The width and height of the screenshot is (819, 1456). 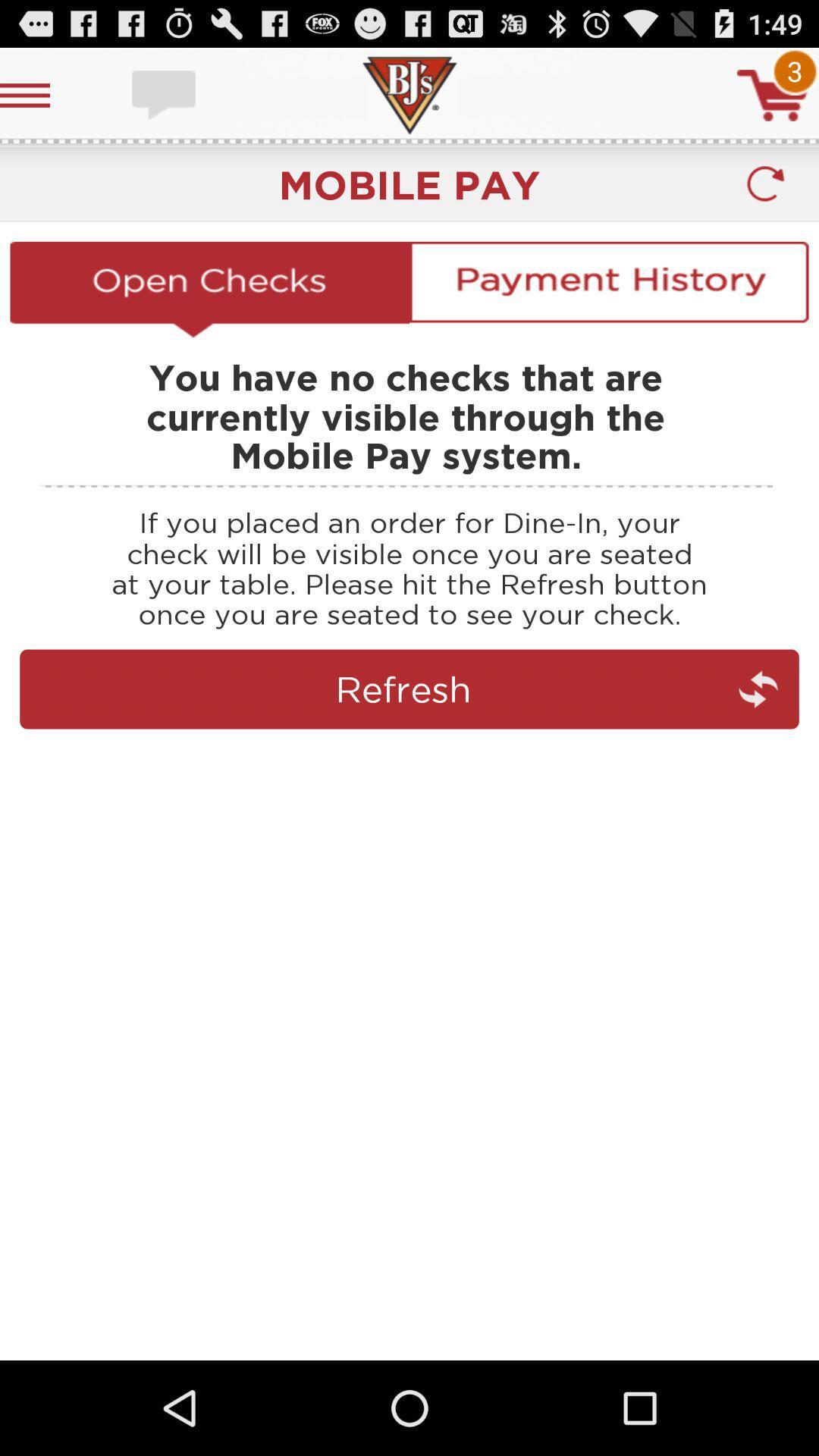 I want to click on checks, so click(x=209, y=289).